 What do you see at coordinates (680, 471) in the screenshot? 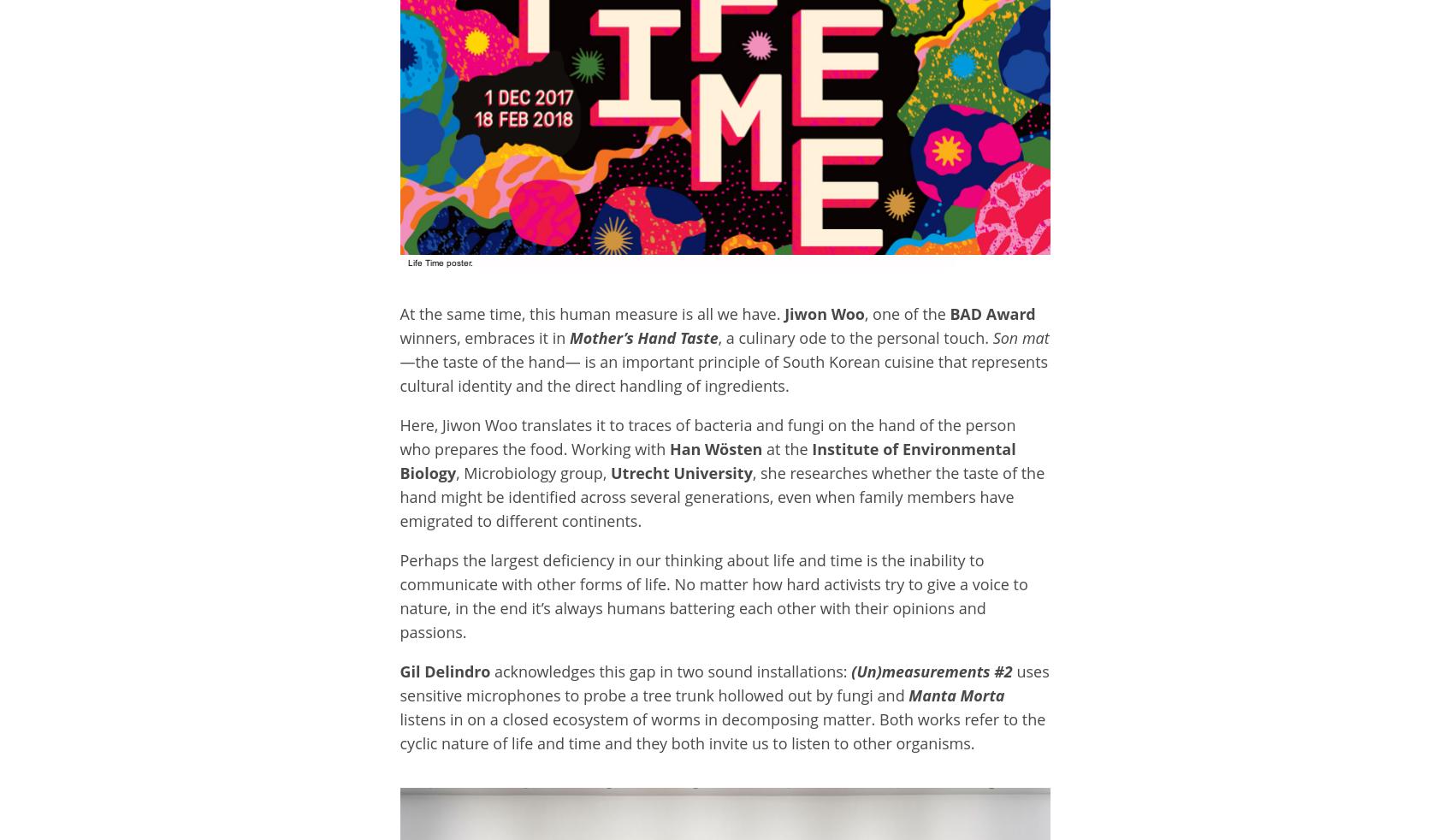
I see `'Utrecht University'` at bounding box center [680, 471].